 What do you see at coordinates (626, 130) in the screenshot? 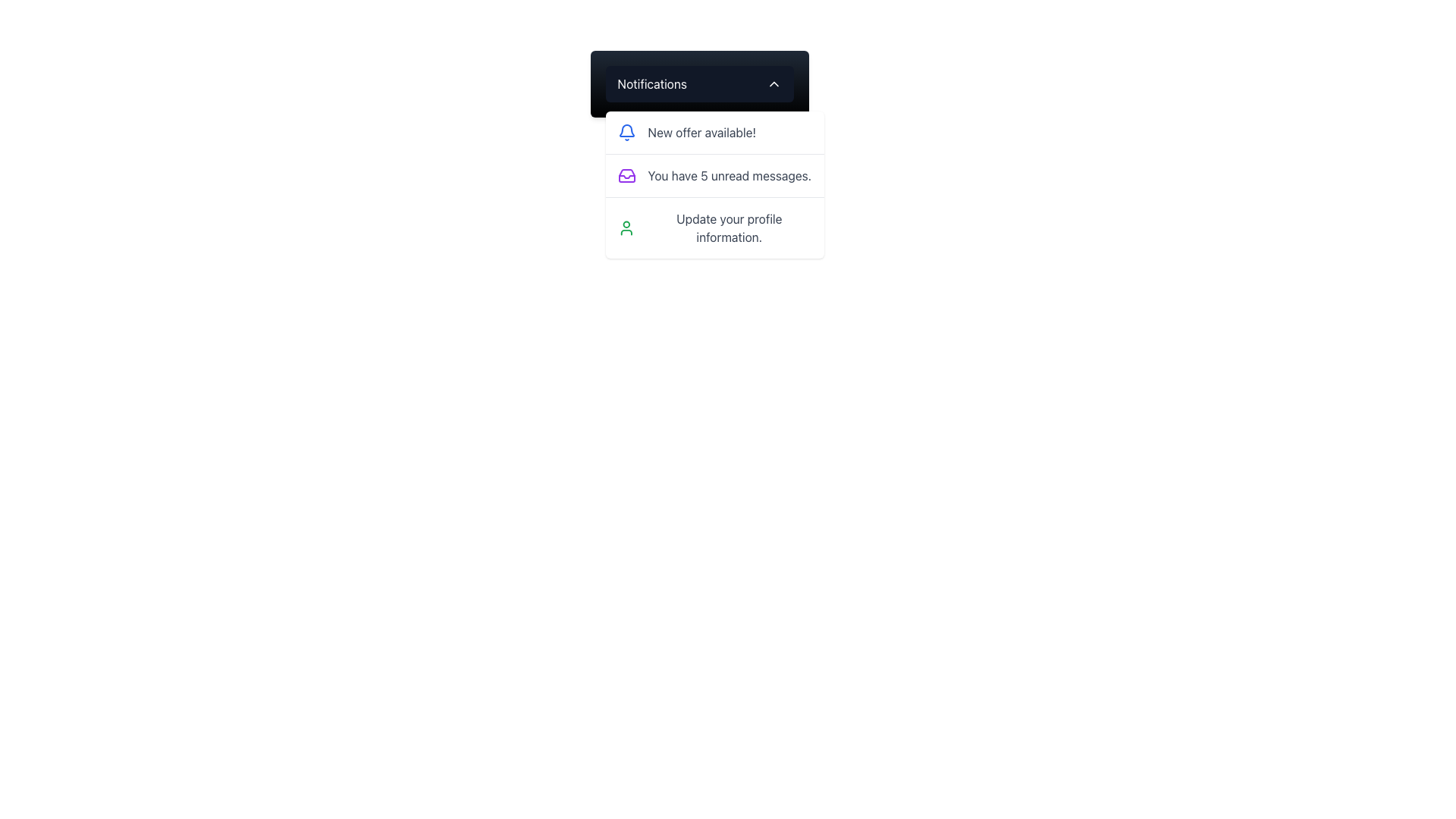
I see `the top part of the bell-shaped icon representing notifications or alerts, located in the top-right corner of the page` at bounding box center [626, 130].